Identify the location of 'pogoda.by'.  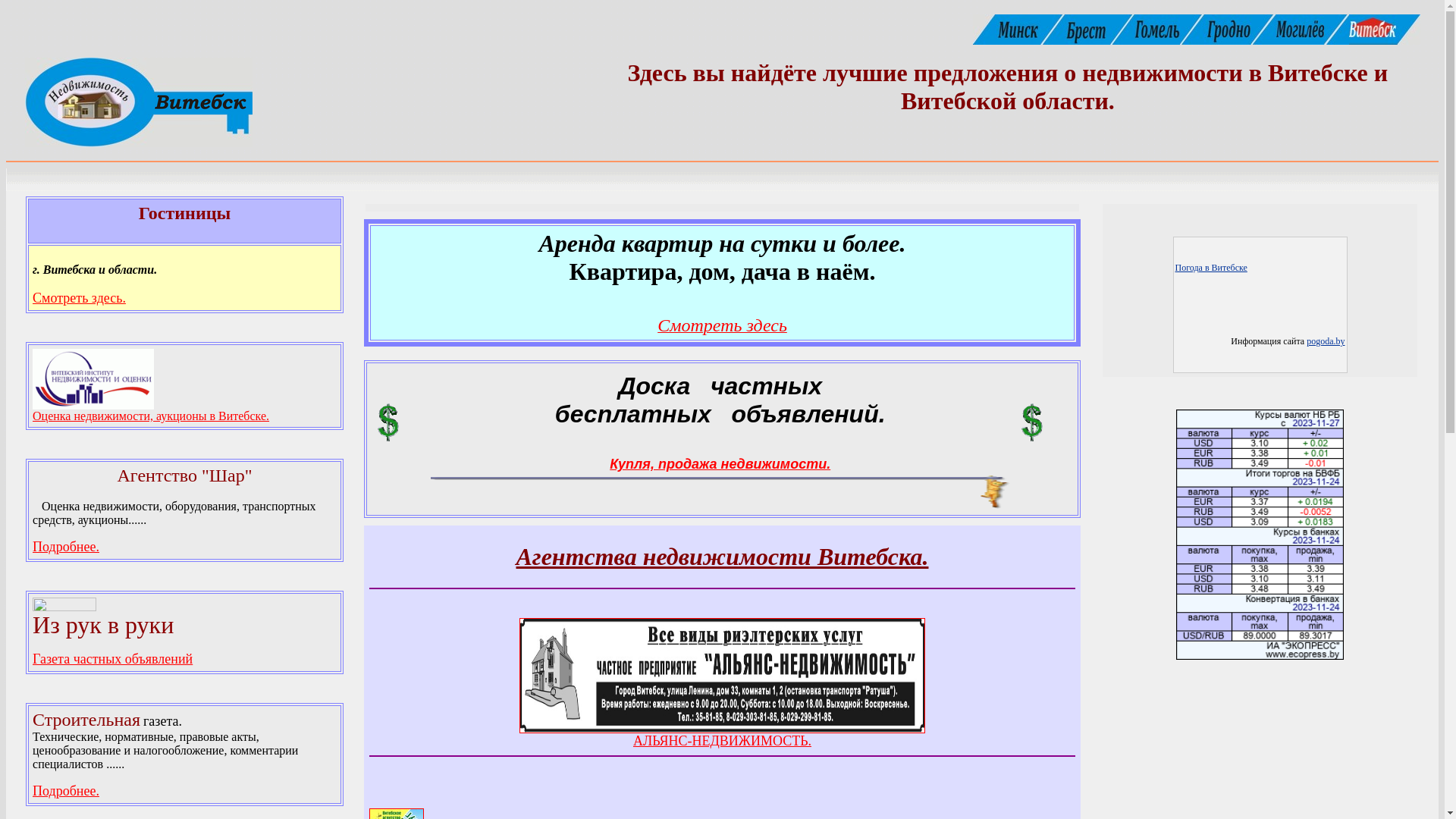
(1324, 341).